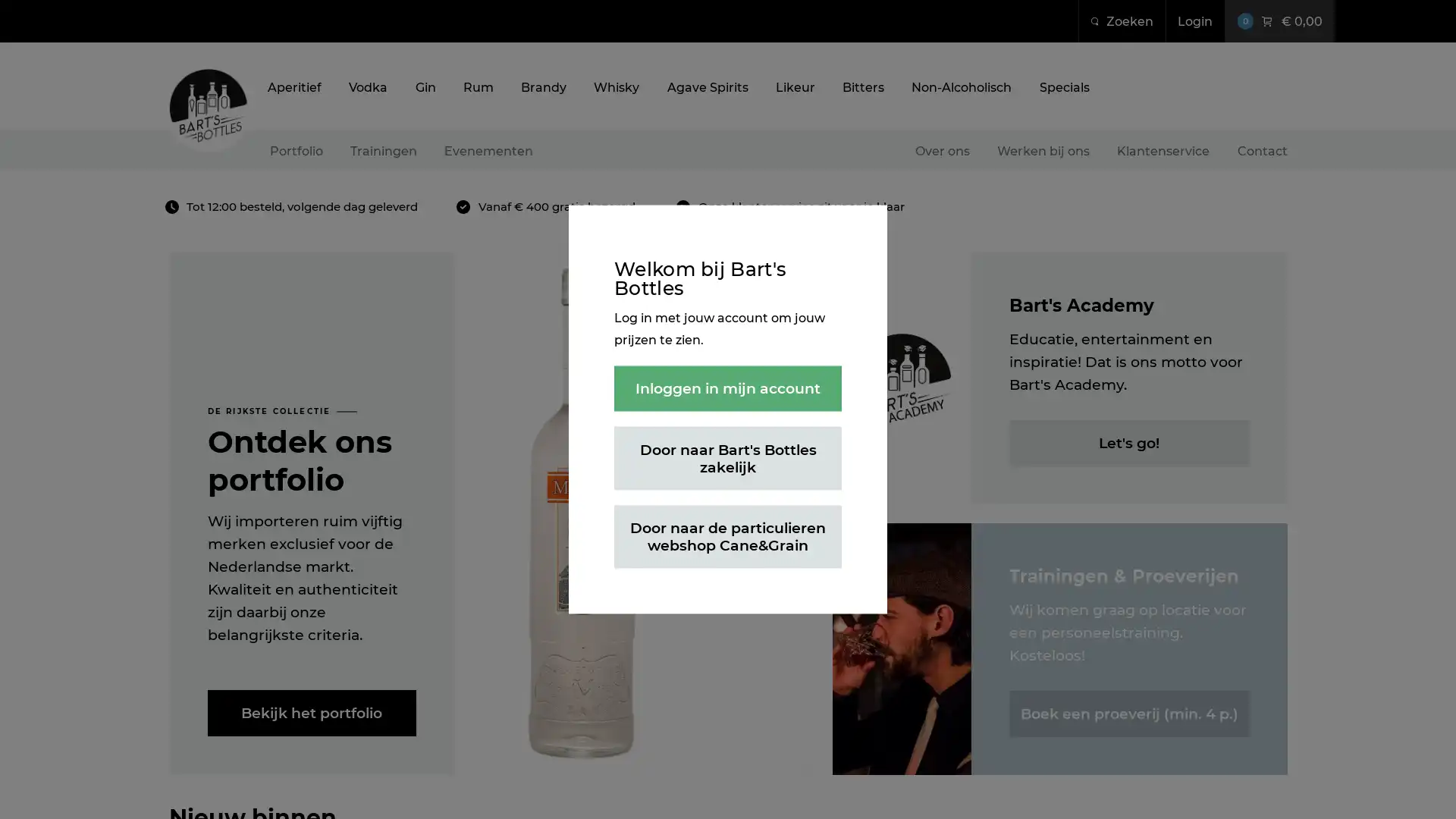 Image resolution: width=1456 pixels, height=819 pixels. I want to click on Door naar de particulieren webshop Cane&Grain, so click(728, 535).